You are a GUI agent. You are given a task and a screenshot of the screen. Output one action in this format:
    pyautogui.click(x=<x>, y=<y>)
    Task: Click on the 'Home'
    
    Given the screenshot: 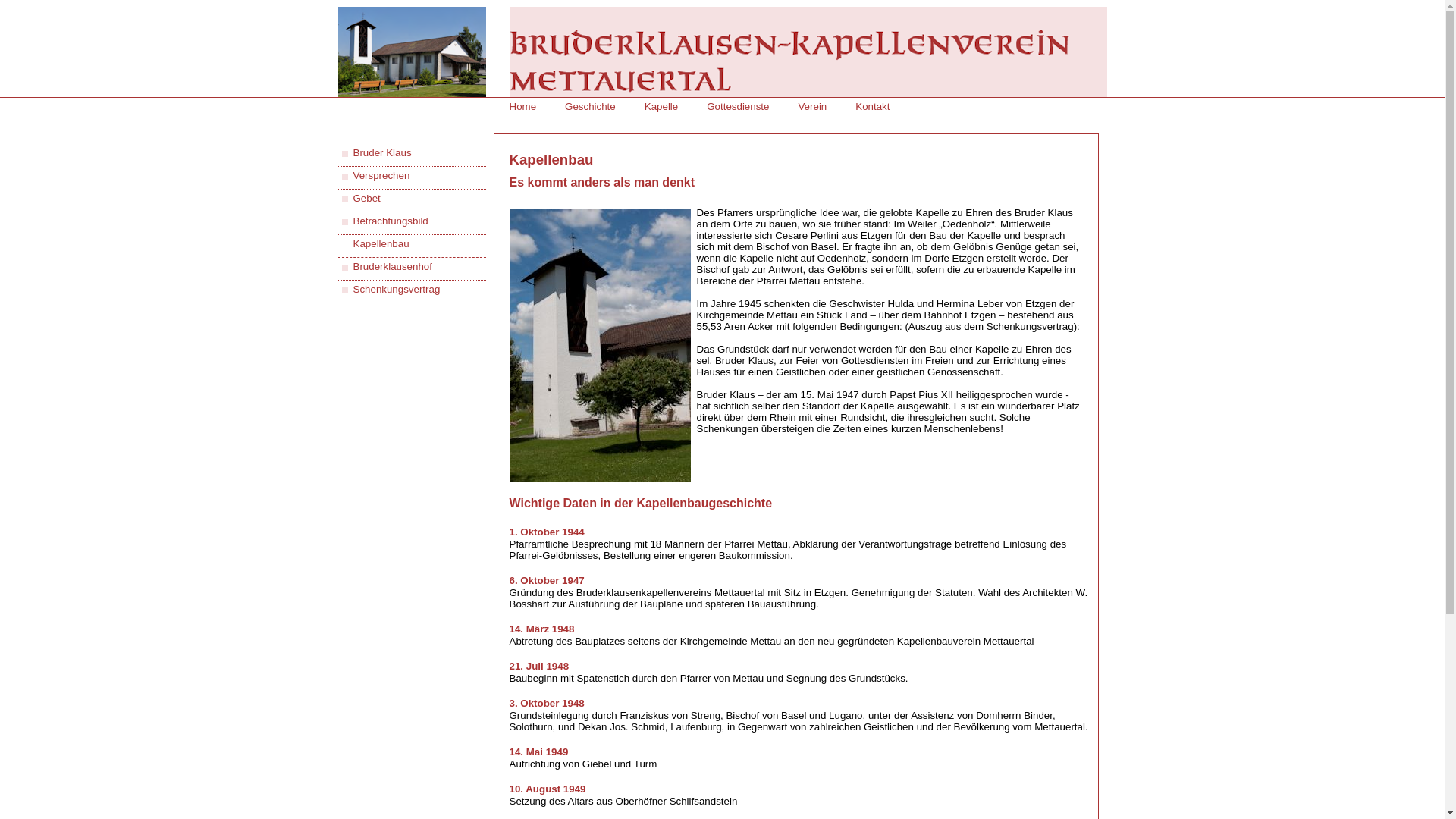 What is the action you would take?
    pyautogui.click(x=523, y=105)
    